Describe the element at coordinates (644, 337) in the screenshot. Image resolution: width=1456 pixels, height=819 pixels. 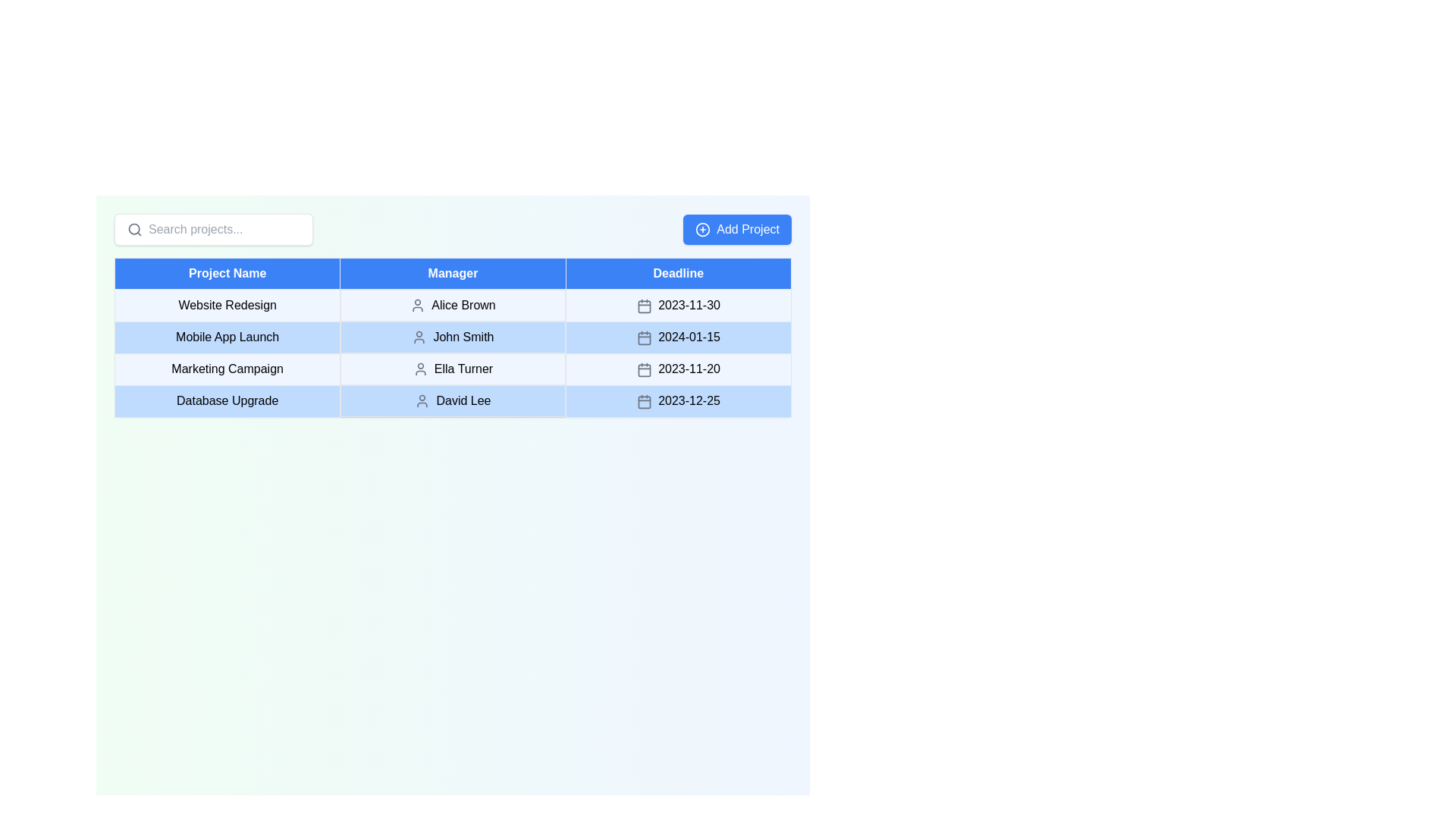
I see `the calendar icon located inline to the left of the date text '2024-01-15' in the third row under the 'Deadline' column` at that location.